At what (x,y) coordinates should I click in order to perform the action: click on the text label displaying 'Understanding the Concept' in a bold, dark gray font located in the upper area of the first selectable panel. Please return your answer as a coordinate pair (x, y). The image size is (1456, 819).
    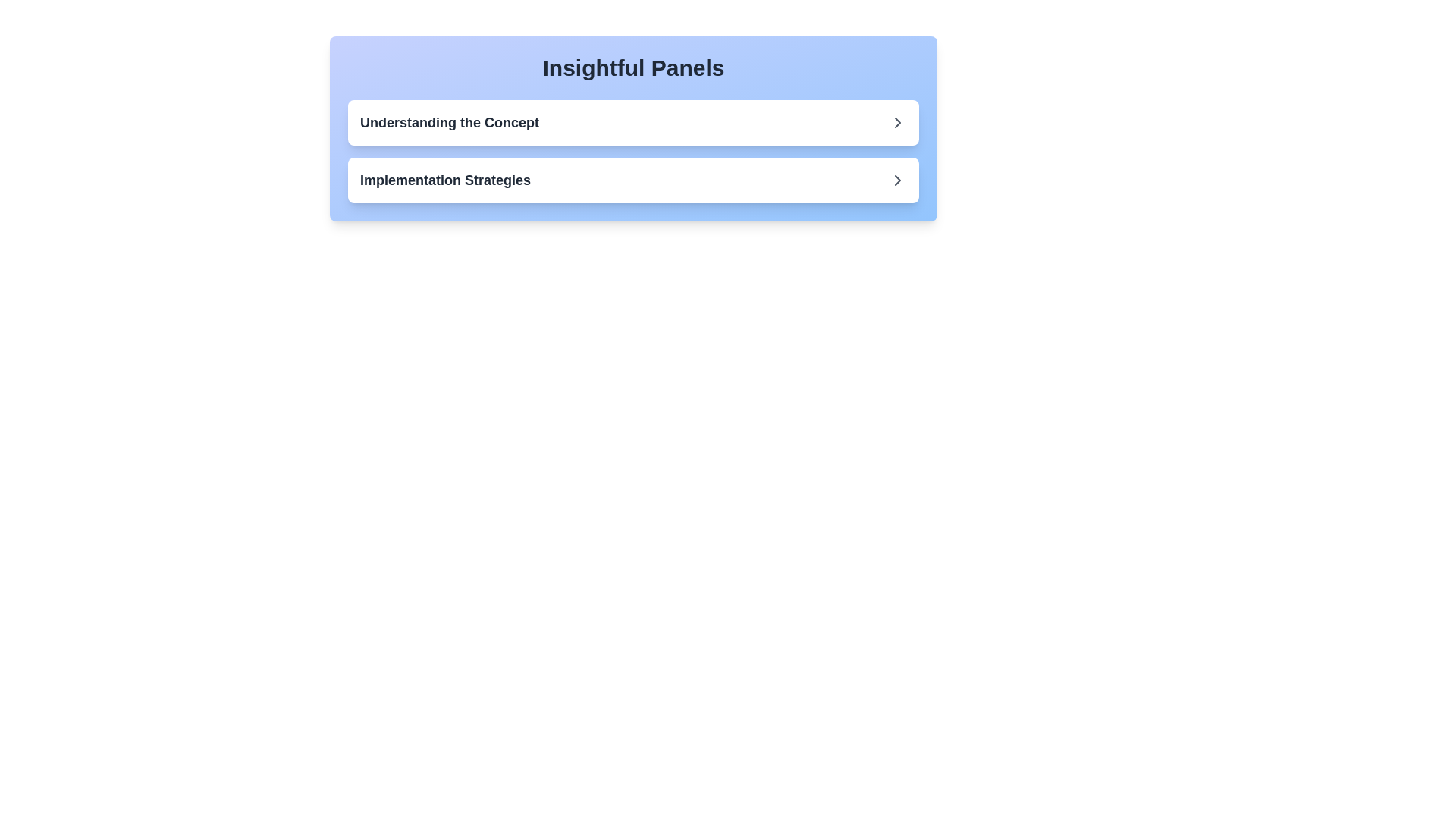
    Looking at the image, I should click on (449, 122).